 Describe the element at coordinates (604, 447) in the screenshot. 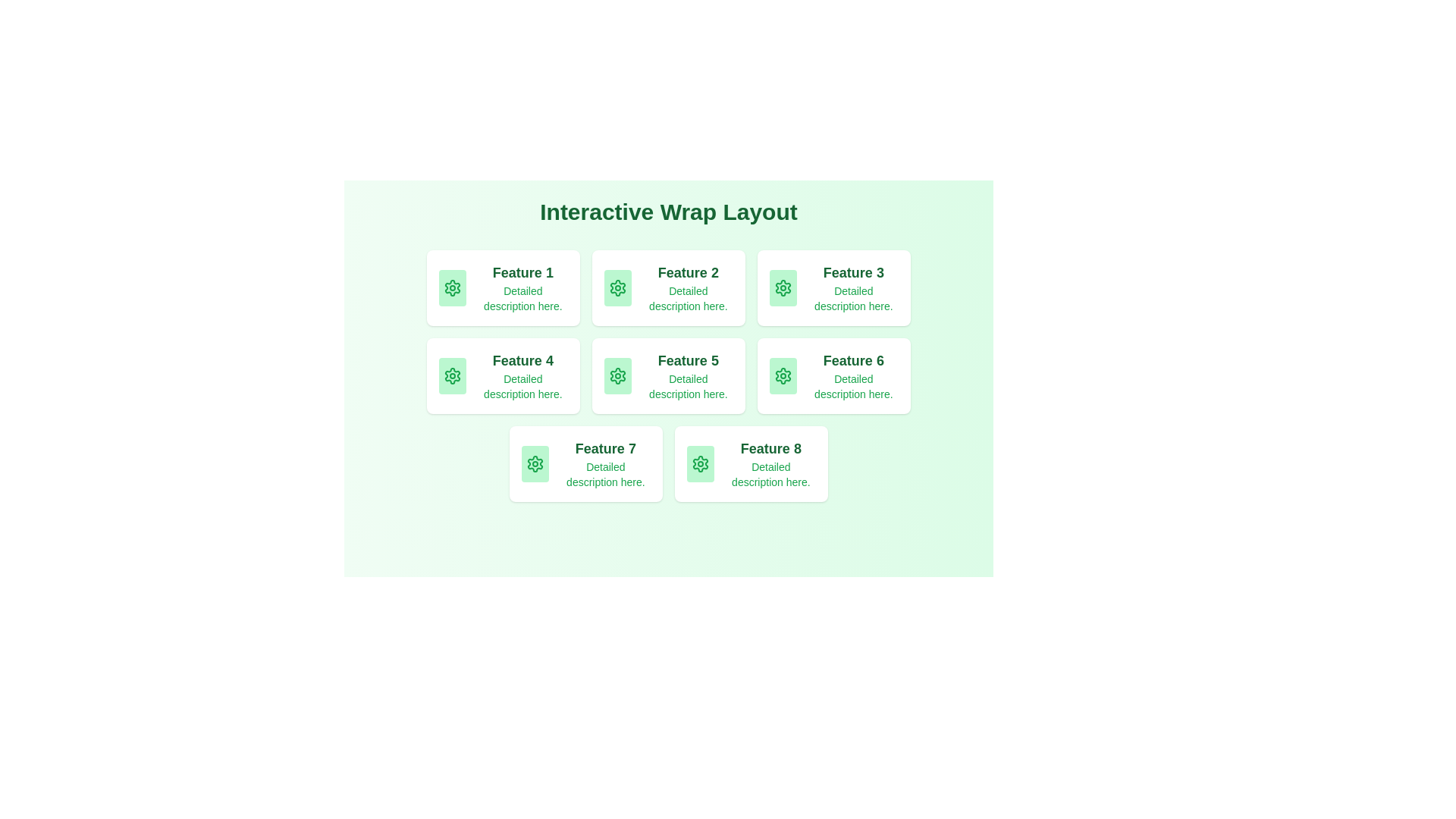

I see `the Label or heading text located in the lower row of cards, specifically on the leftmost card of this row, which serves as a title for the associated descriptive text` at that location.